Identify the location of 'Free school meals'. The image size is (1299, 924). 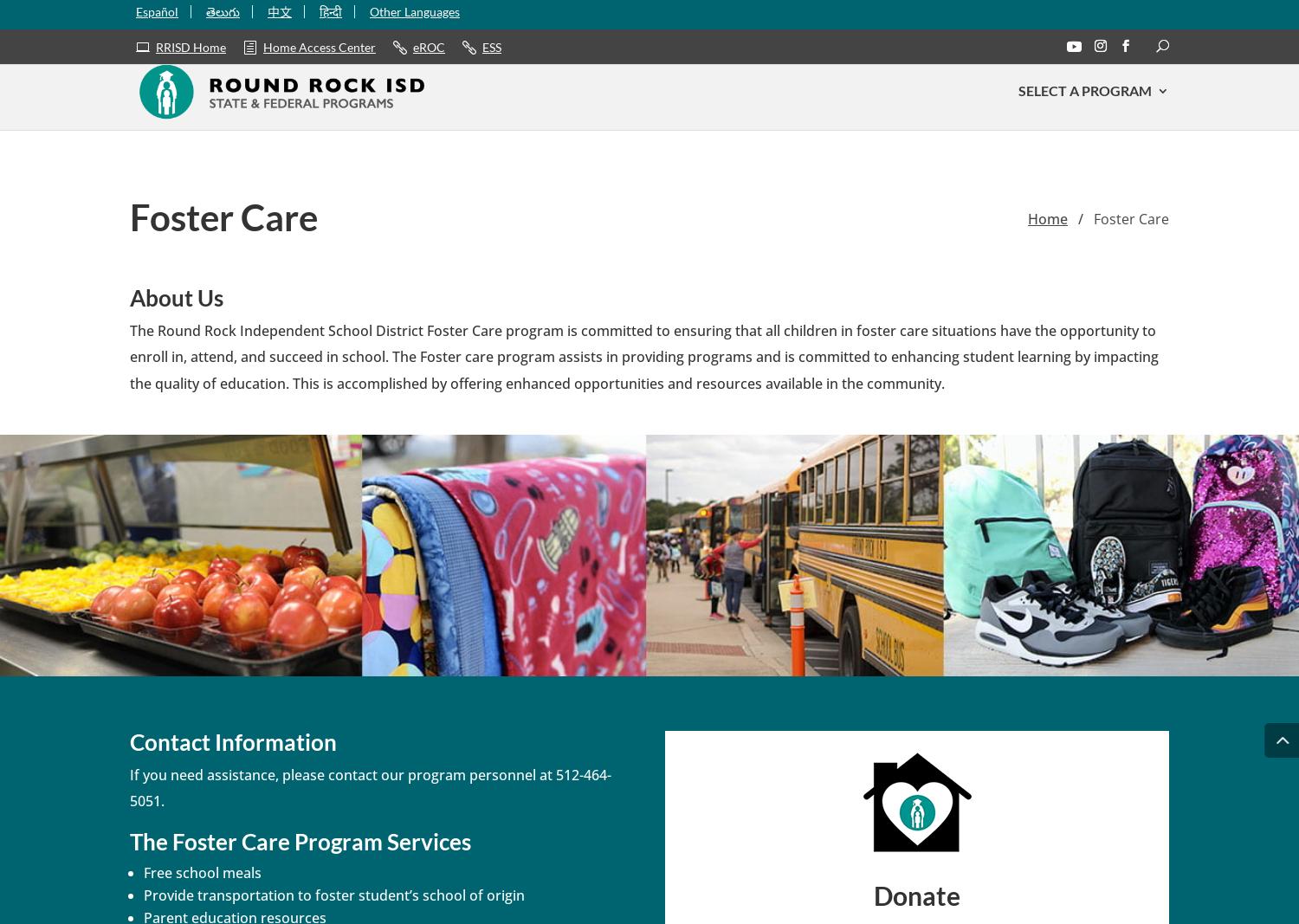
(202, 872).